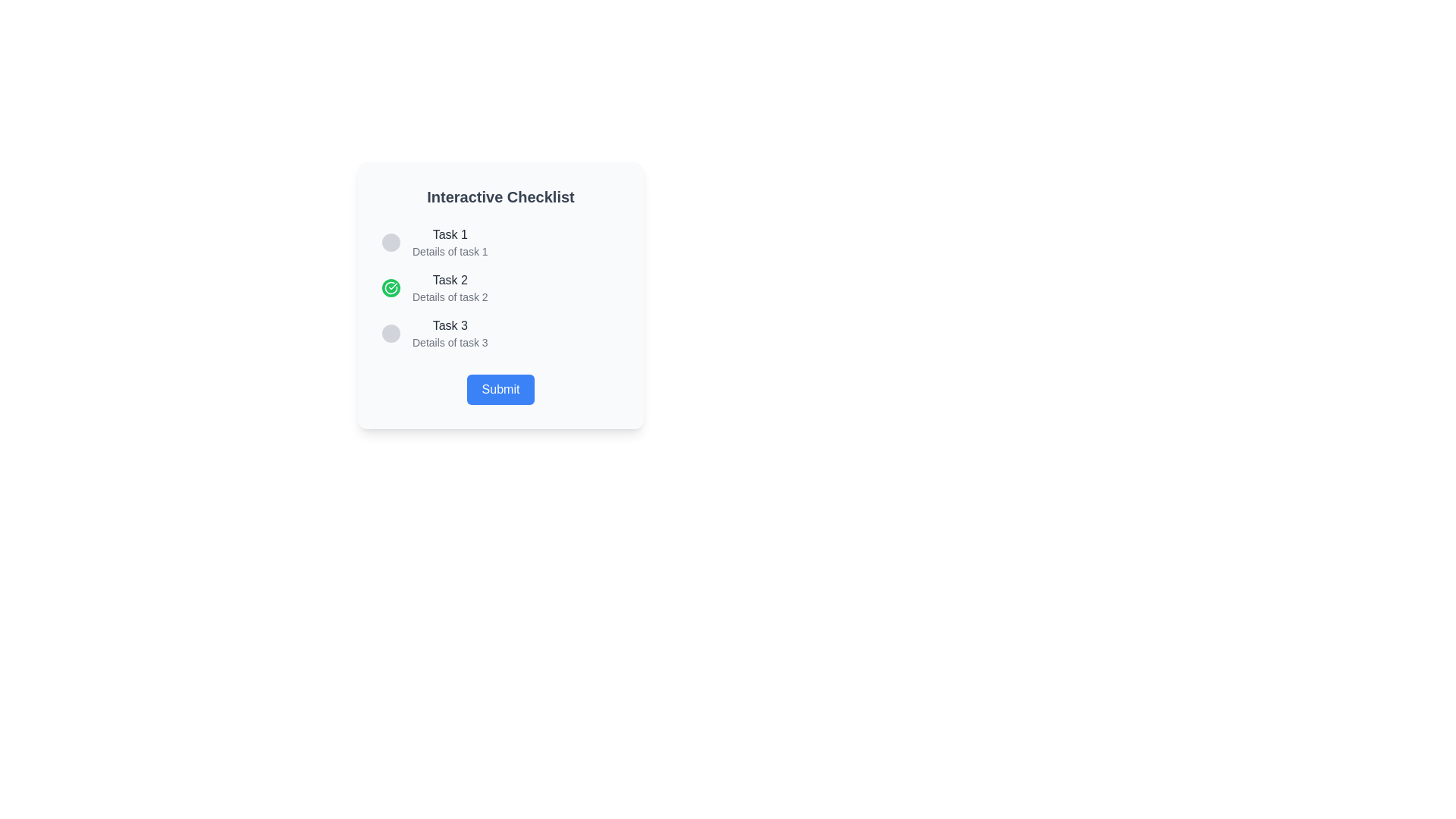 Image resolution: width=1456 pixels, height=819 pixels. What do you see at coordinates (449, 250) in the screenshot?
I see `the gray text label reading 'Details of task 1' located below the heading 'Task 1' in the task checklist` at bounding box center [449, 250].